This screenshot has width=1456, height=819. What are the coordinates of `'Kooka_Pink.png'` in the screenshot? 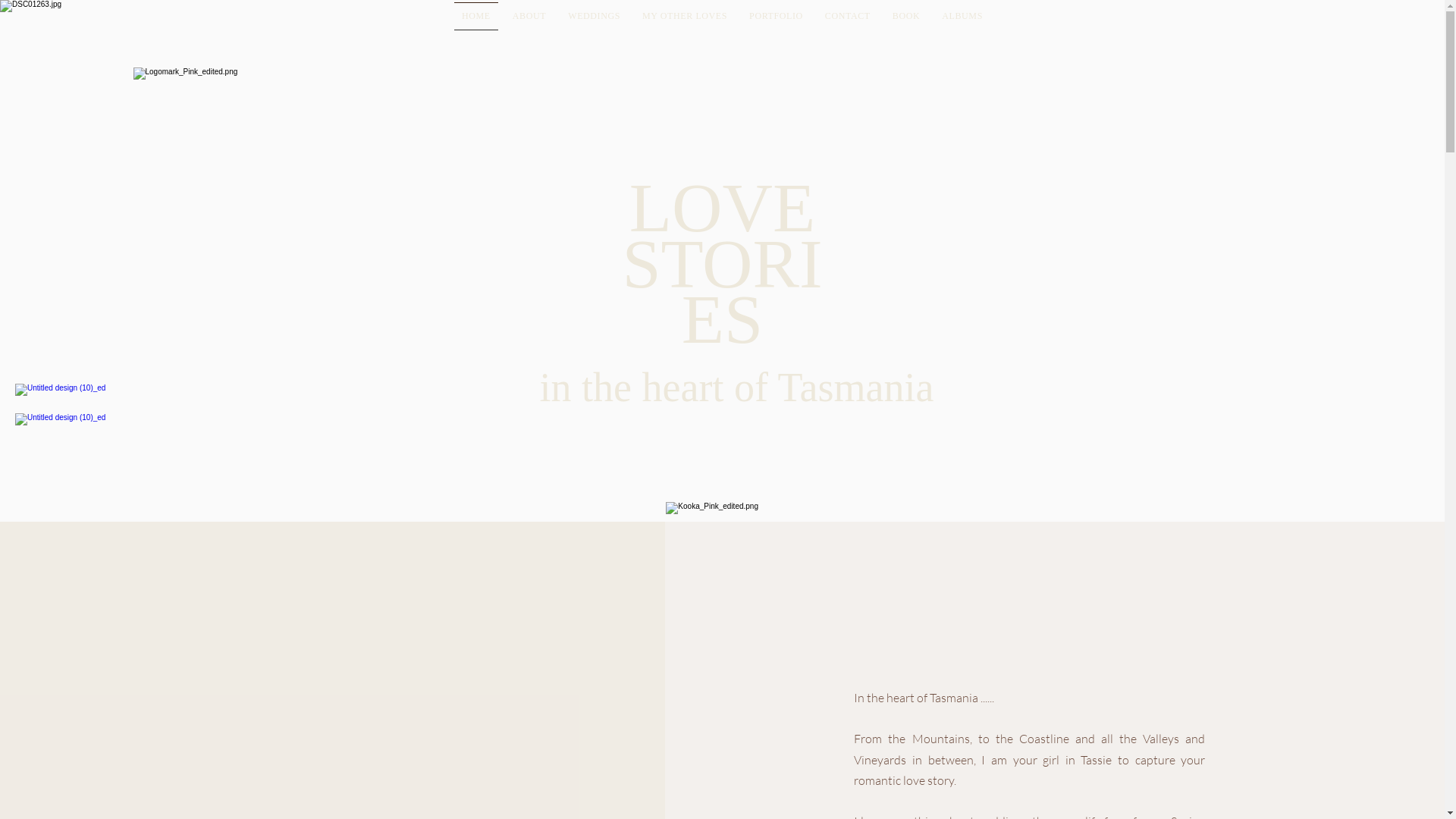 It's located at (745, 535).